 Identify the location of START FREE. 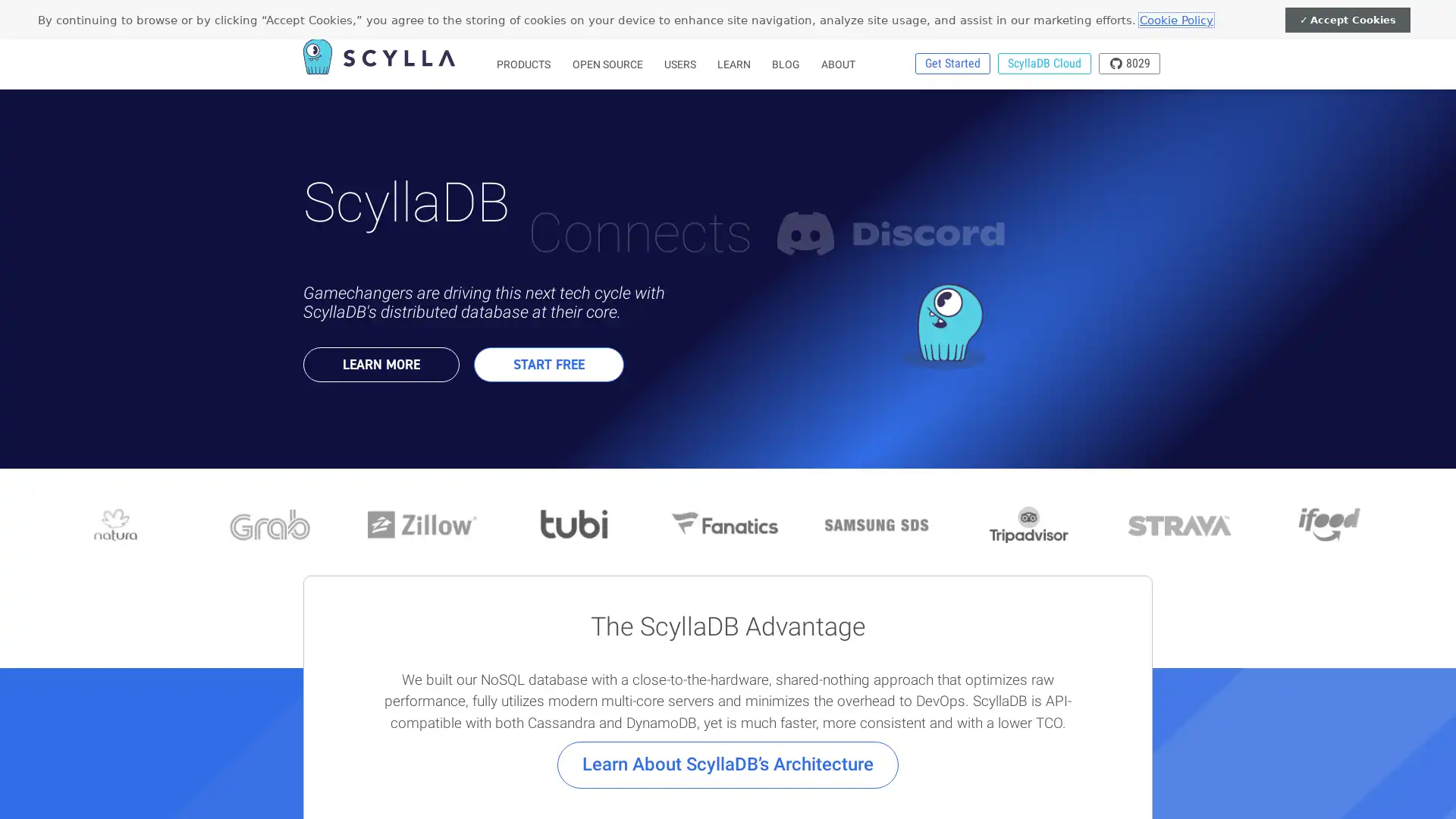
(548, 364).